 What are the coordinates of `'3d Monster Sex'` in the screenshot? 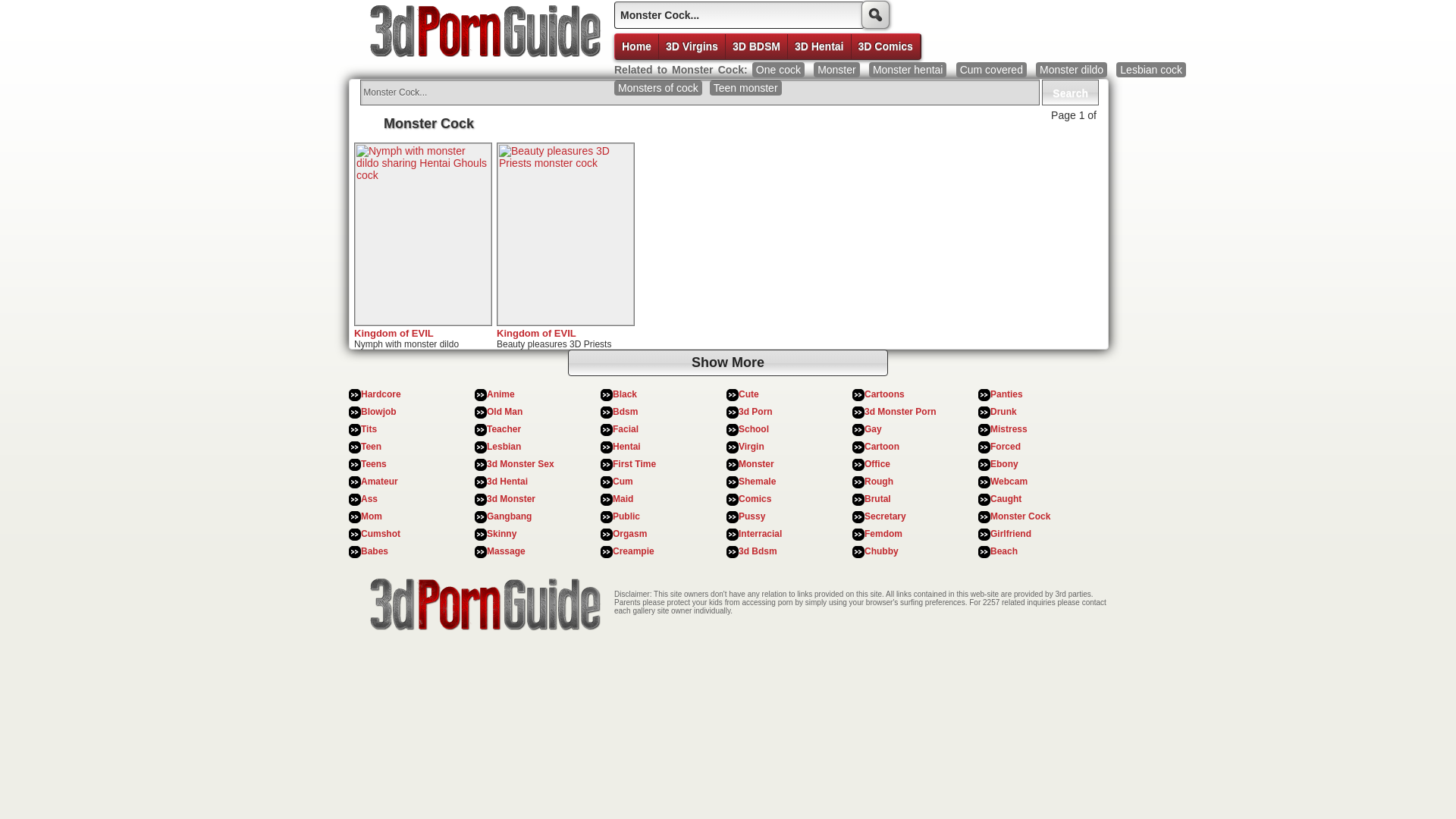 It's located at (520, 463).